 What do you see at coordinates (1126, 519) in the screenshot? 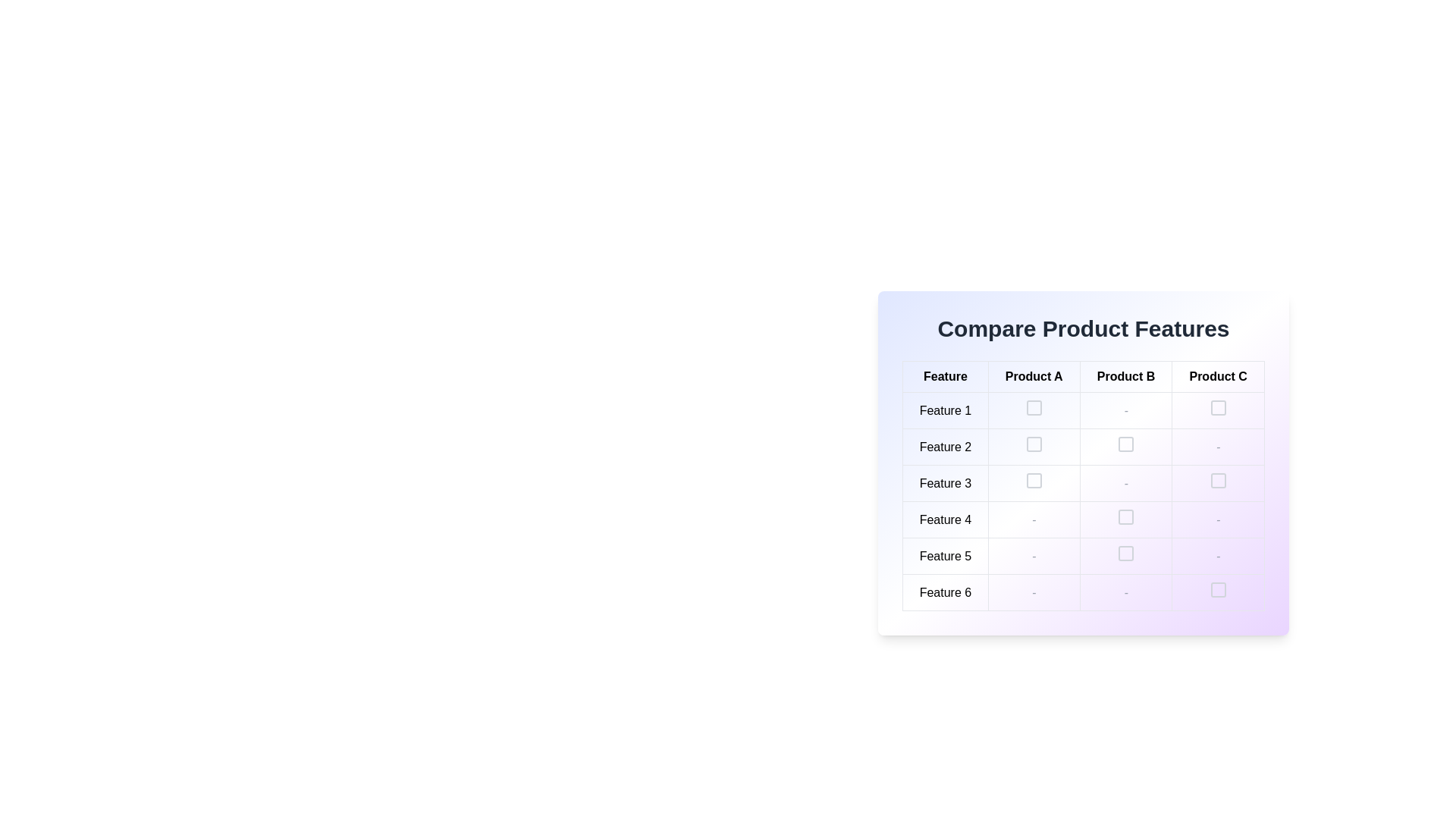
I see `the checkbox located in the cell for 'Feature 4' of 'Product B'` at bounding box center [1126, 519].